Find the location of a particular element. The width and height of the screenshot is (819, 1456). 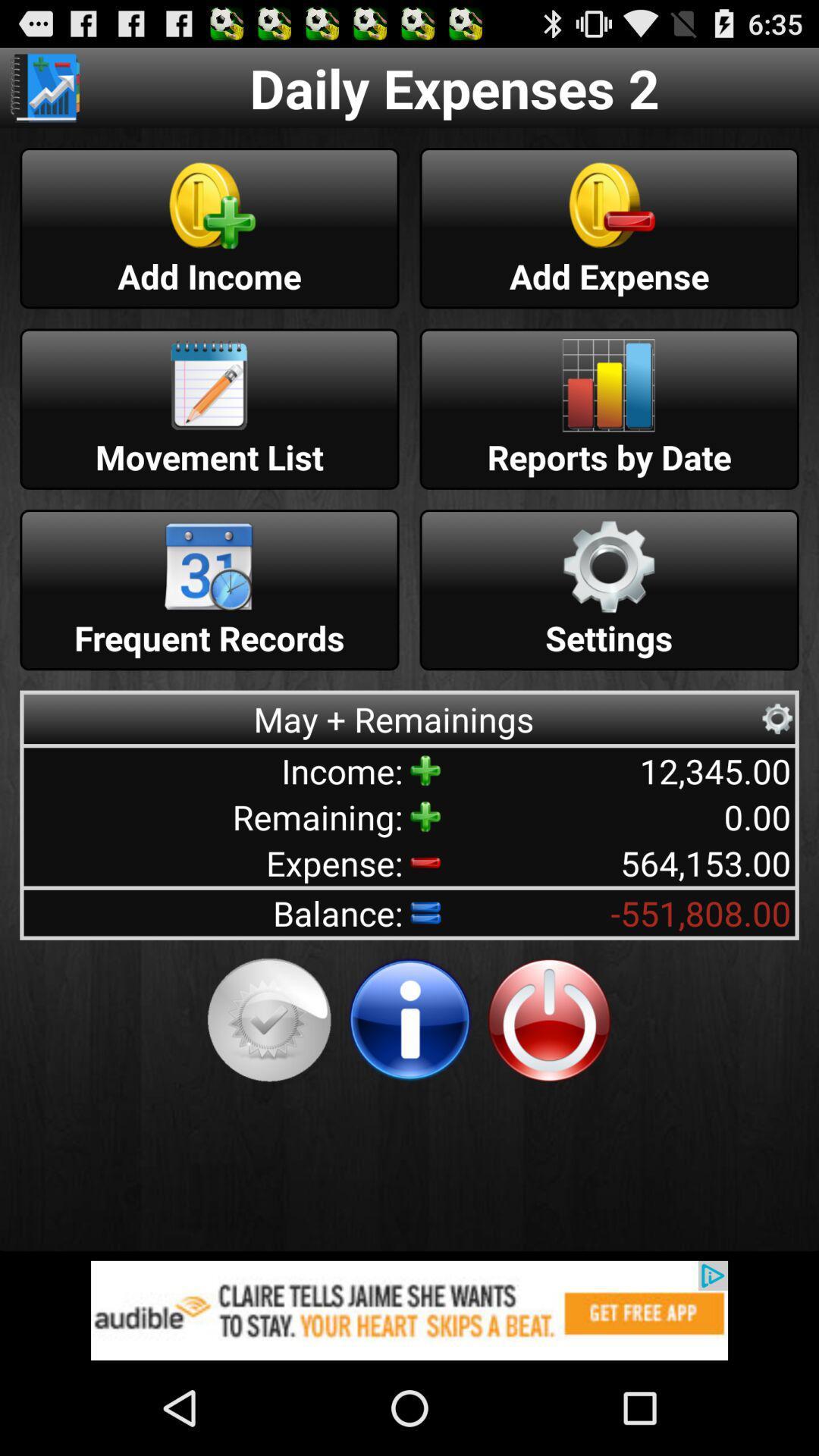

see your statistics is located at coordinates (44, 86).